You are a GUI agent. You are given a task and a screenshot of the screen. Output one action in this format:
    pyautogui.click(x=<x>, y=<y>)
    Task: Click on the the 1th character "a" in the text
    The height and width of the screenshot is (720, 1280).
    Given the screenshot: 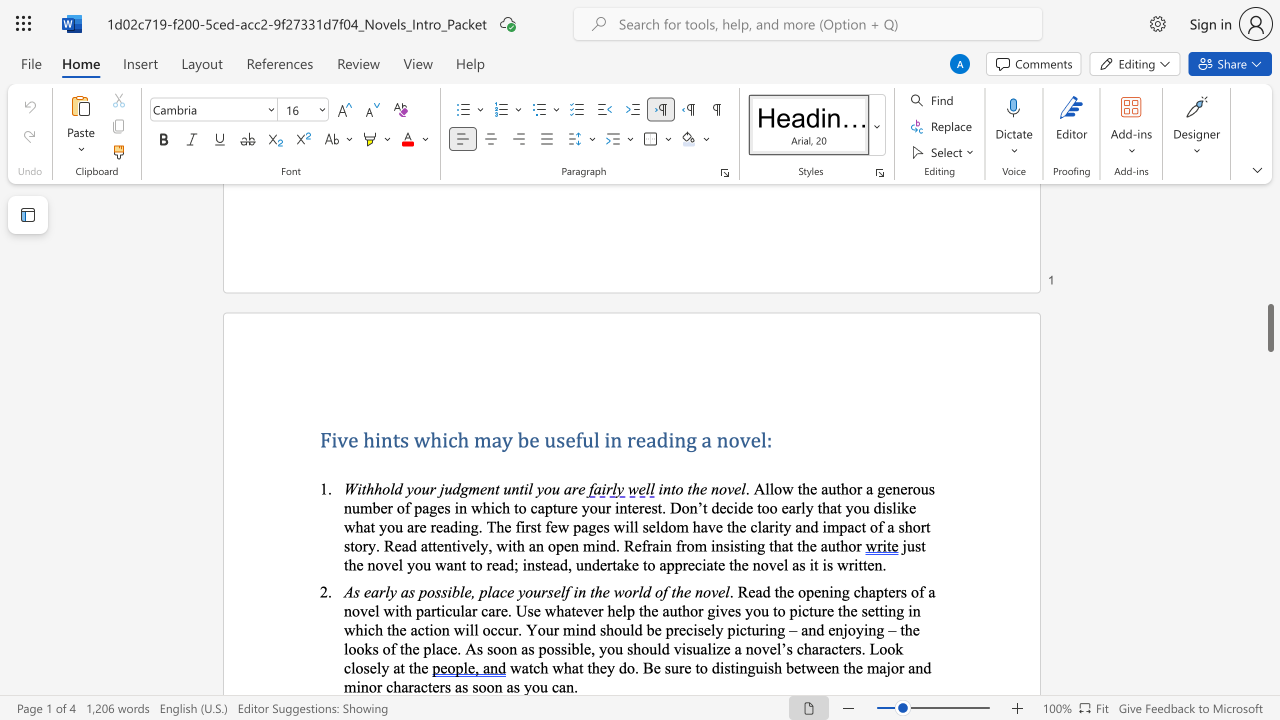 What is the action you would take?
    pyautogui.click(x=566, y=488)
    